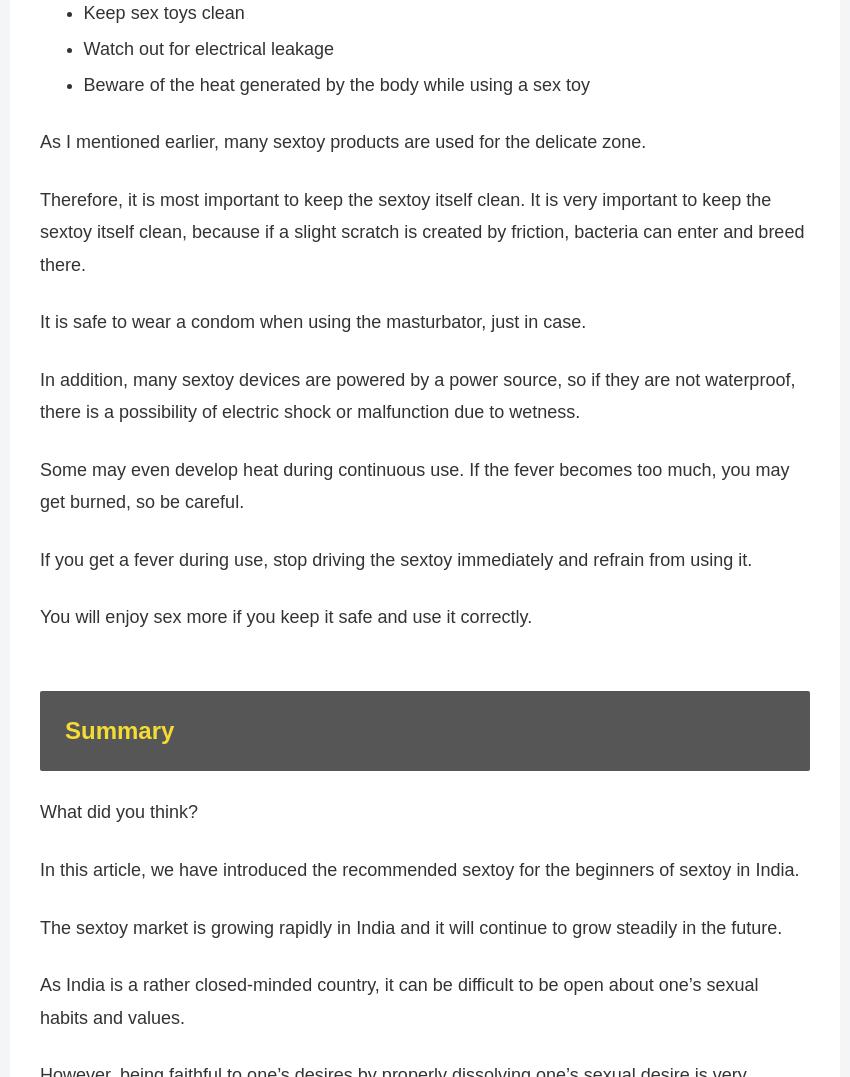 Image resolution: width=850 pixels, height=1077 pixels. Describe the element at coordinates (163, 20) in the screenshot. I see `'Keep sex toys clean'` at that location.